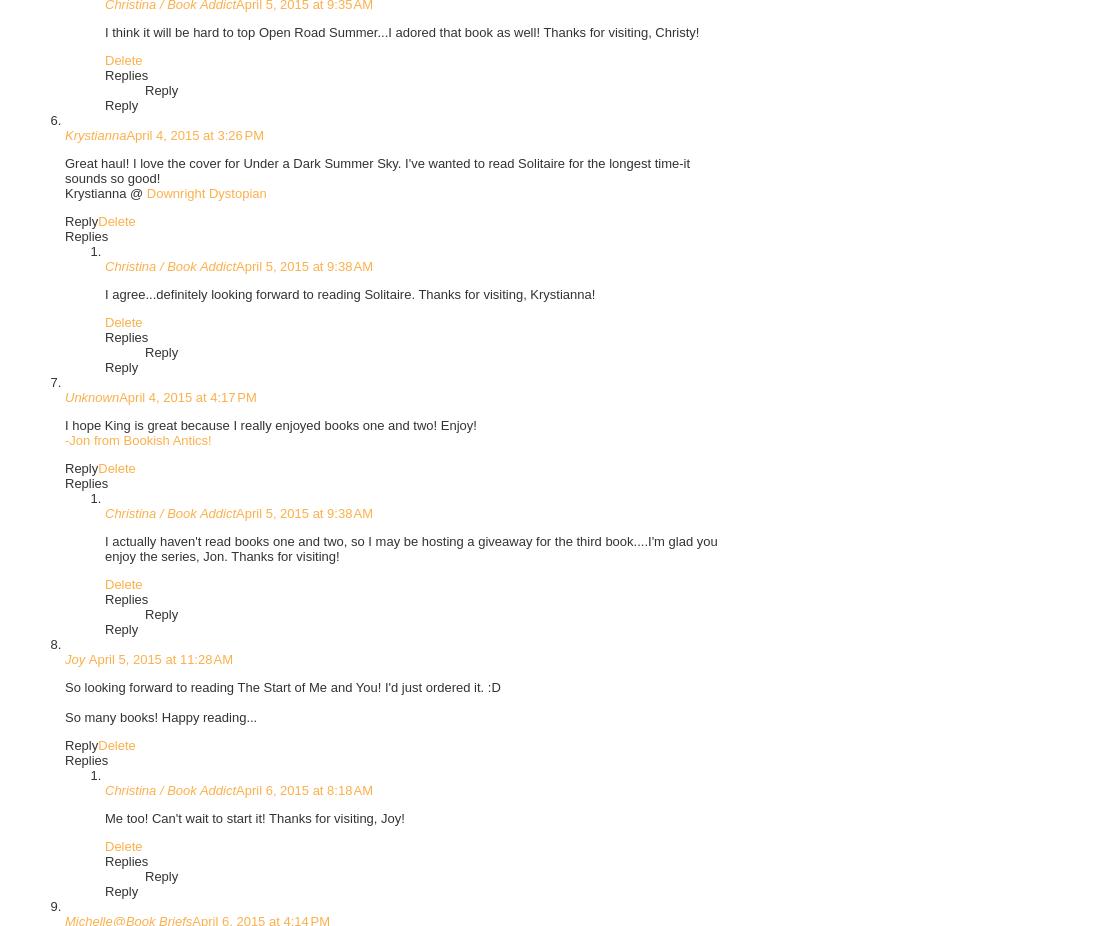  I want to click on '-Jon from Bookish Antics!', so click(64, 439).